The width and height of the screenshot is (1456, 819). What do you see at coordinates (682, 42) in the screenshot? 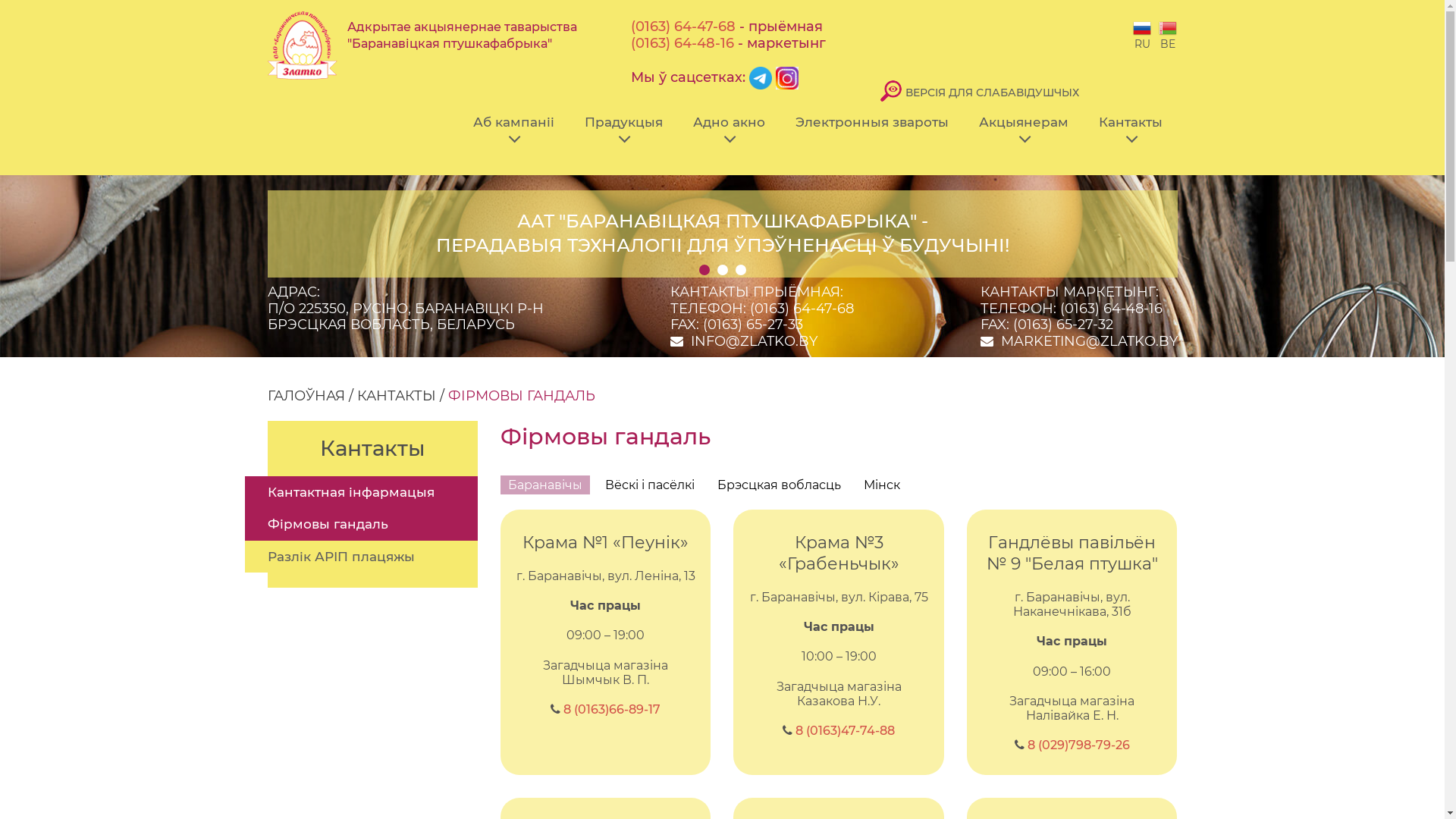
I see `'(0163) 64-48-16'` at bounding box center [682, 42].